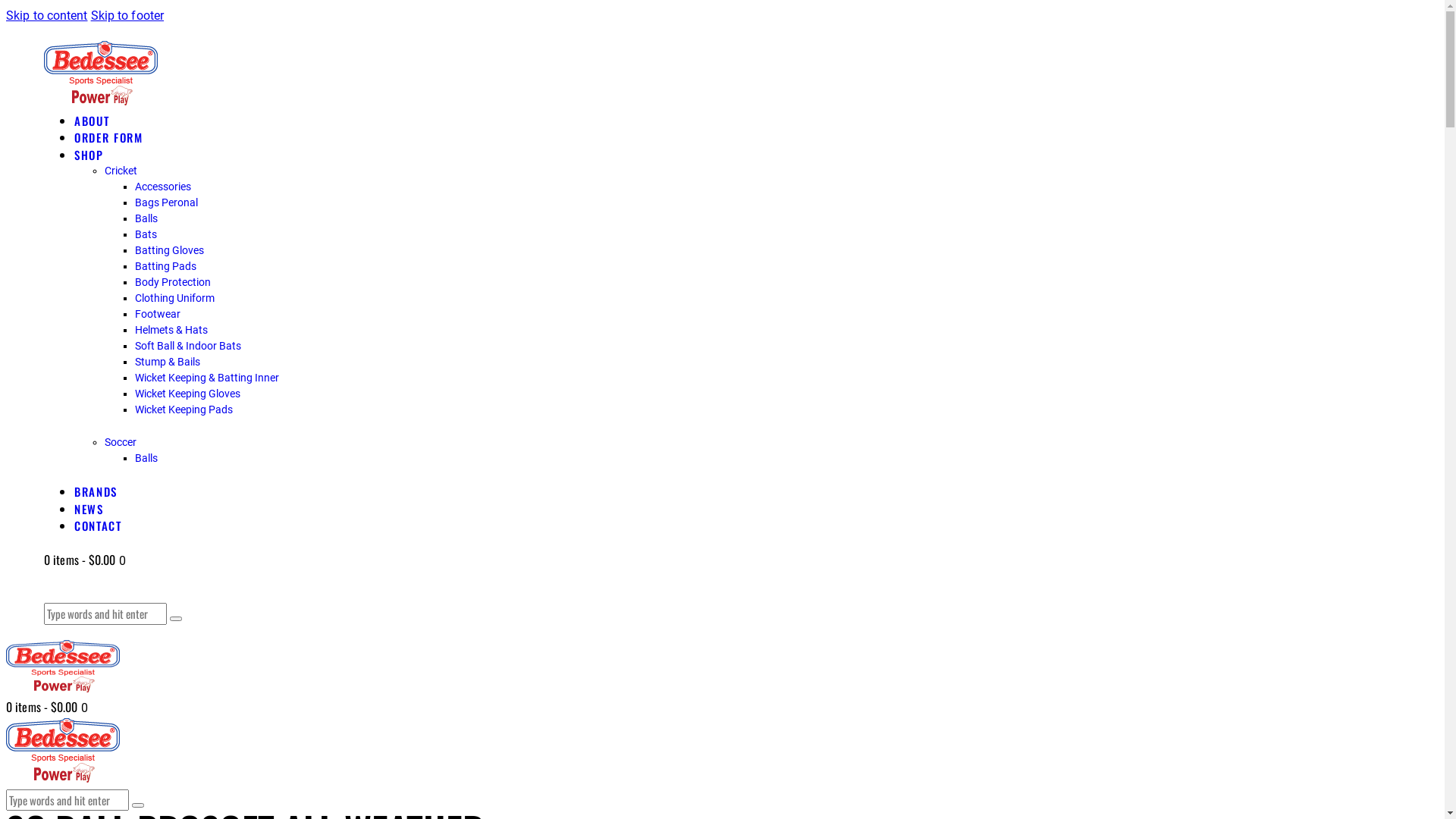  Describe the element at coordinates (73, 525) in the screenshot. I see `'CONTACT'` at that location.